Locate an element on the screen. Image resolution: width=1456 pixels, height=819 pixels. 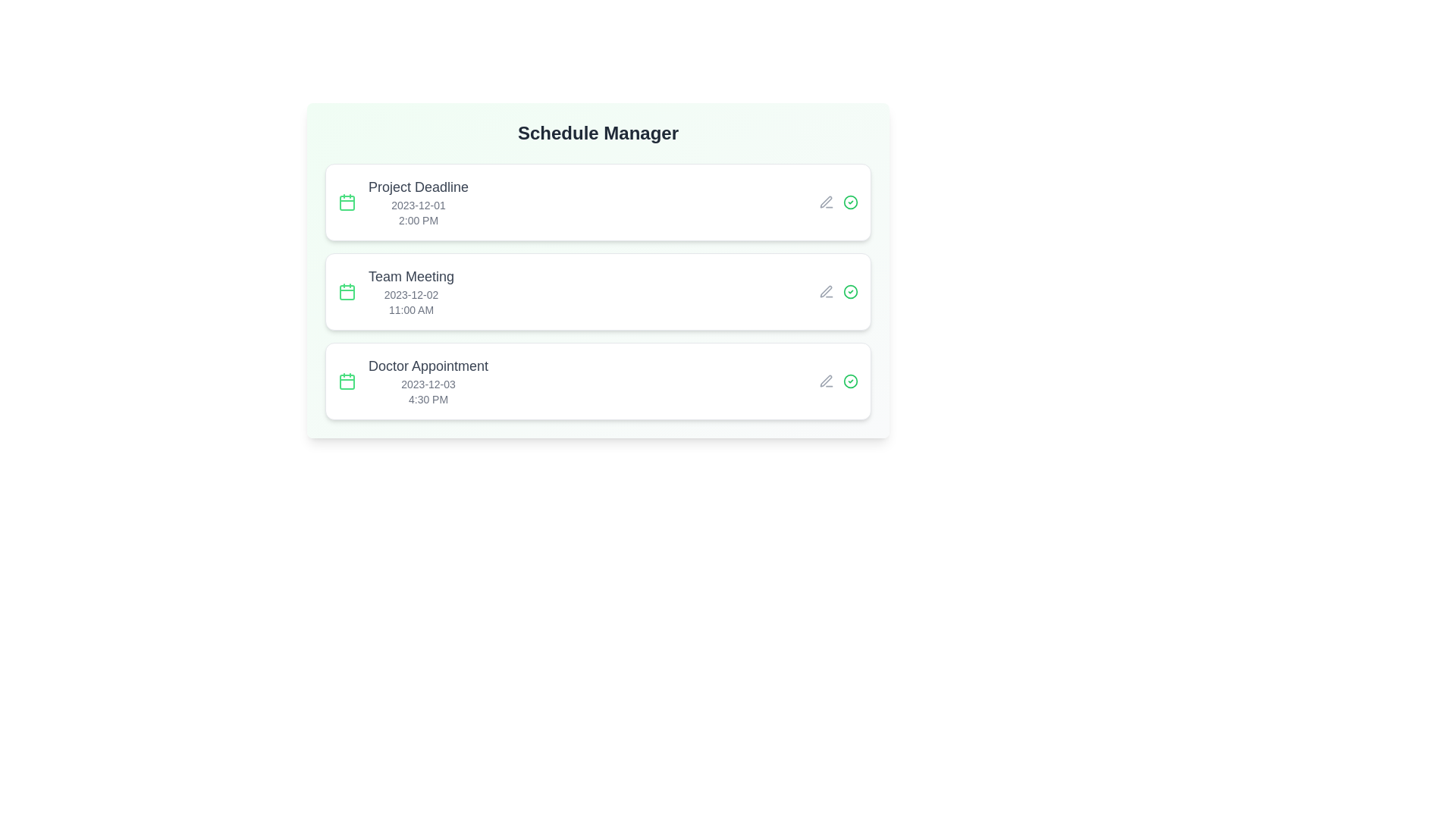
the event titled 'Project Deadline' to view its details is located at coordinates (597, 201).